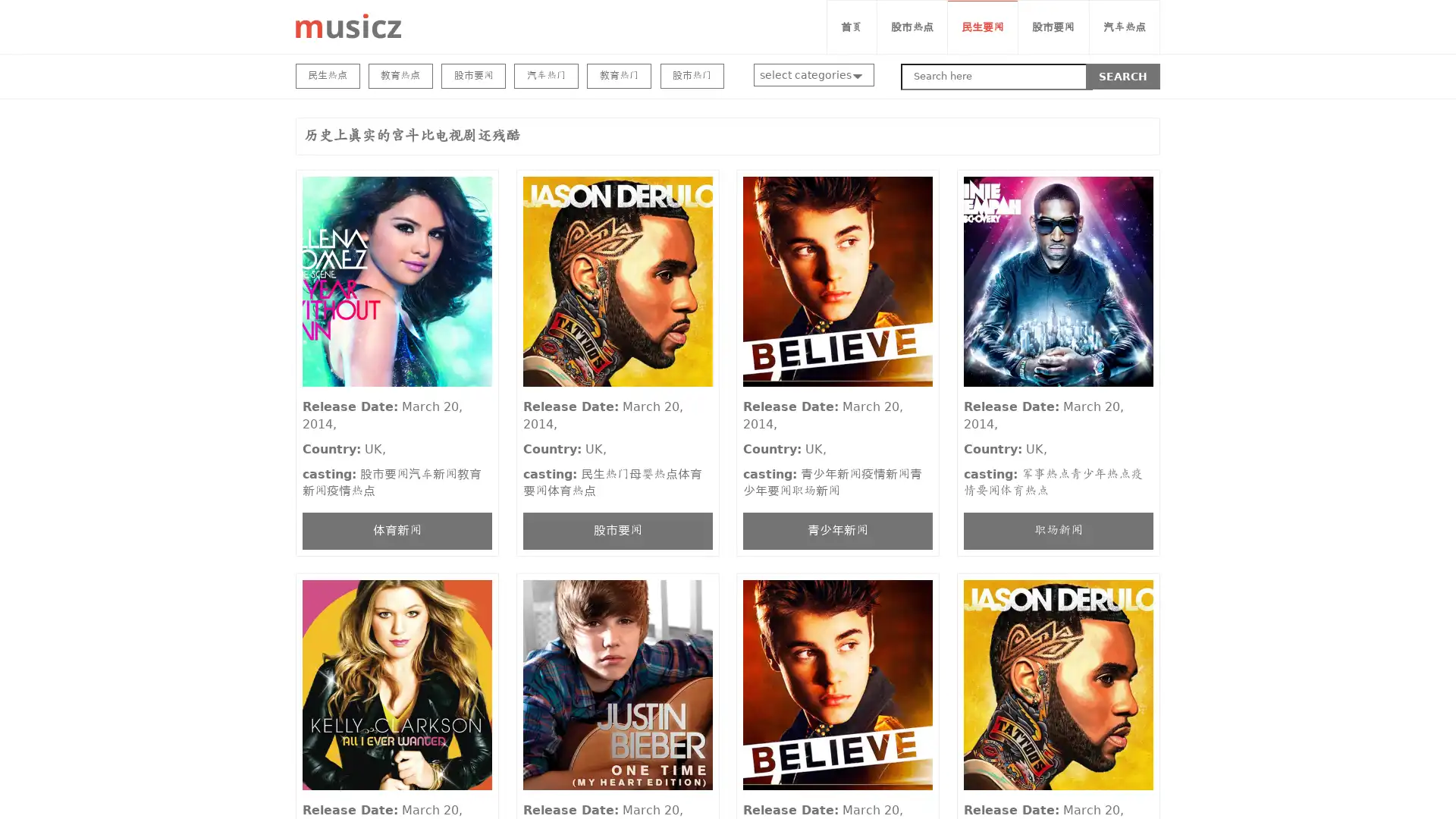 The width and height of the screenshot is (1456, 819). What do you see at coordinates (1123, 76) in the screenshot?
I see `search` at bounding box center [1123, 76].